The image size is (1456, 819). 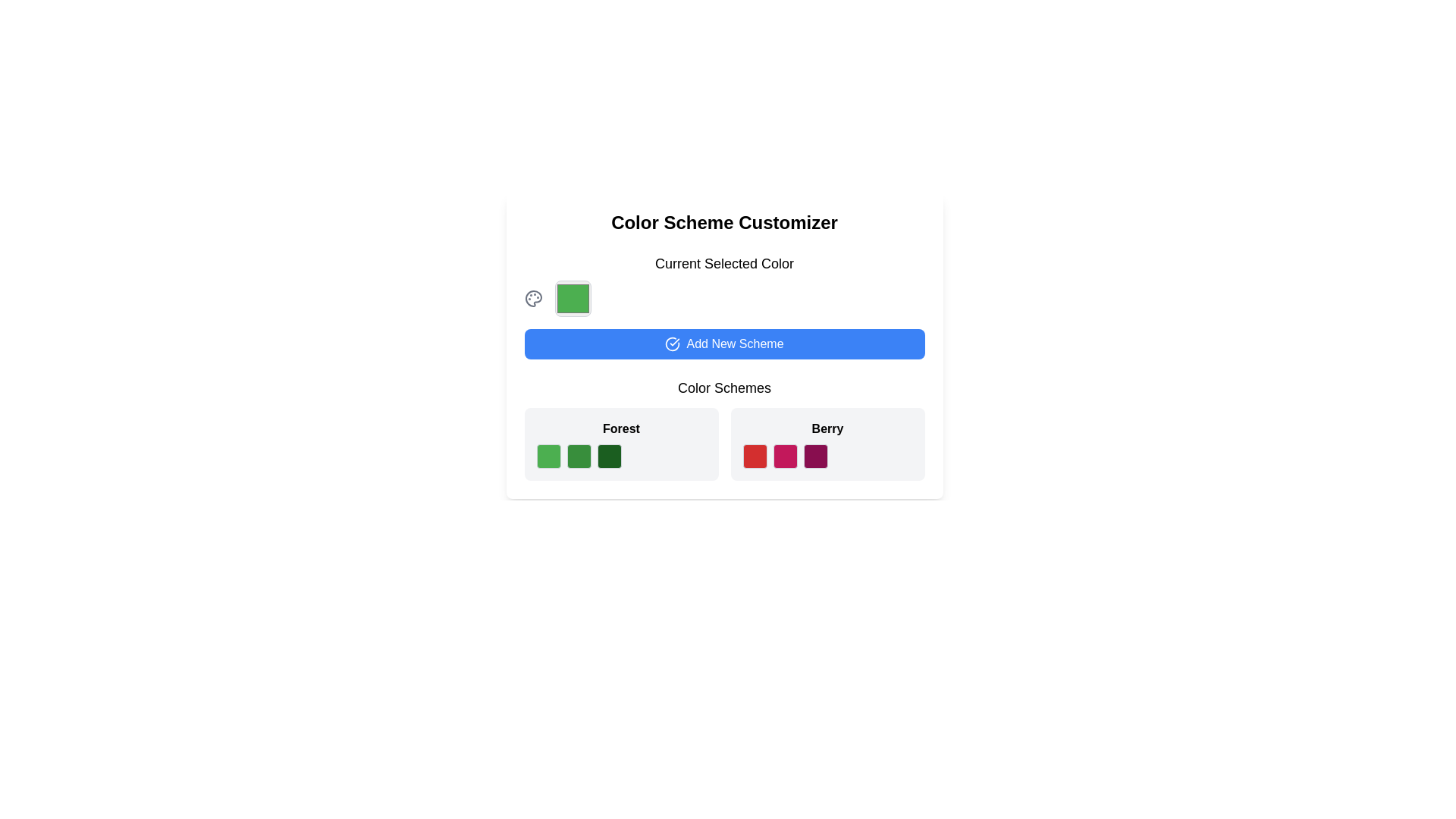 What do you see at coordinates (785, 455) in the screenshot?
I see `the second static colored square with a deep pink hue in the Color Schemes section under the Berry color scheme` at bounding box center [785, 455].